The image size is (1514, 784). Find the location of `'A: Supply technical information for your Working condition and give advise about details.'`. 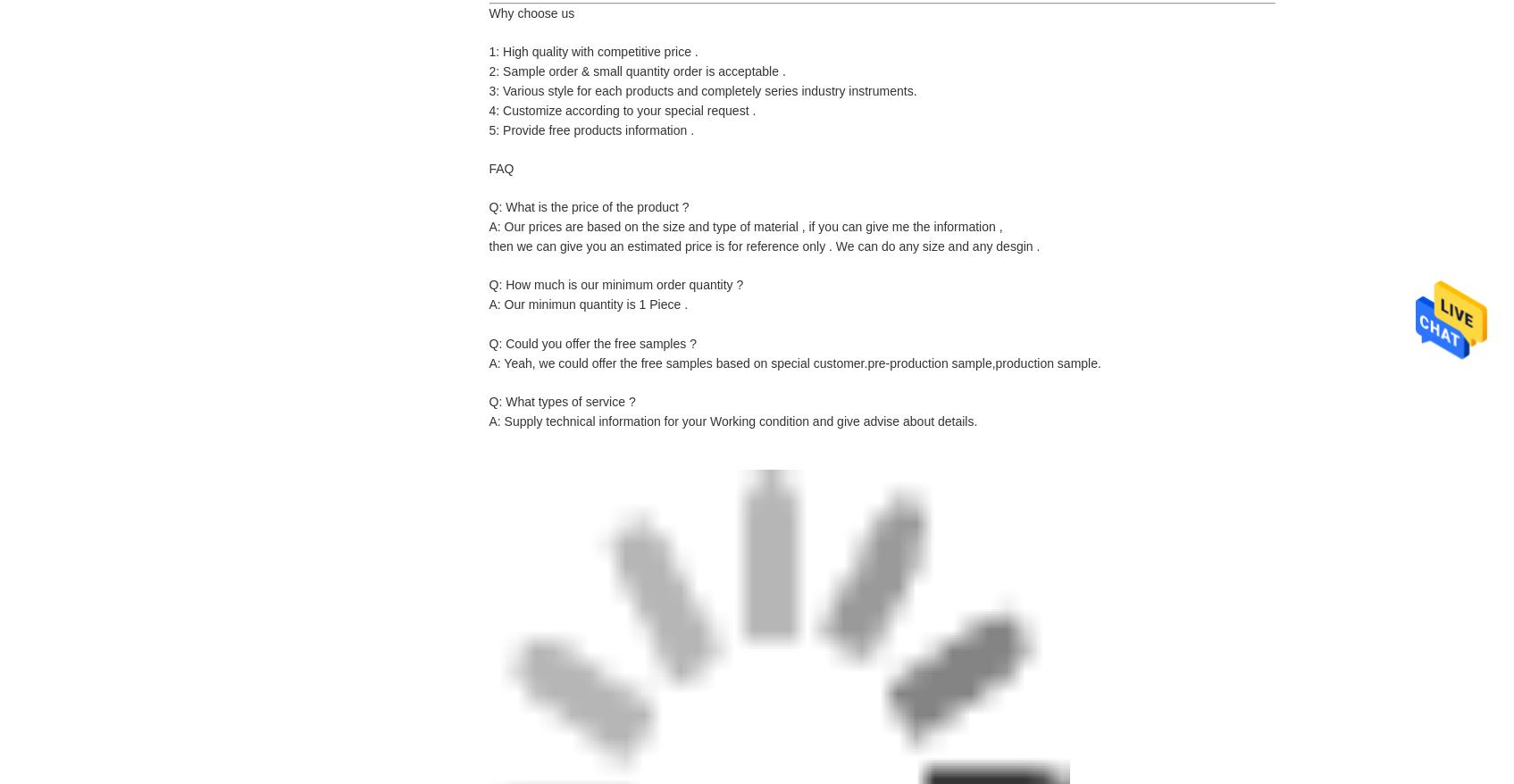

'A: Supply technical information for your Working condition and give advise about details.' is located at coordinates (732, 421).